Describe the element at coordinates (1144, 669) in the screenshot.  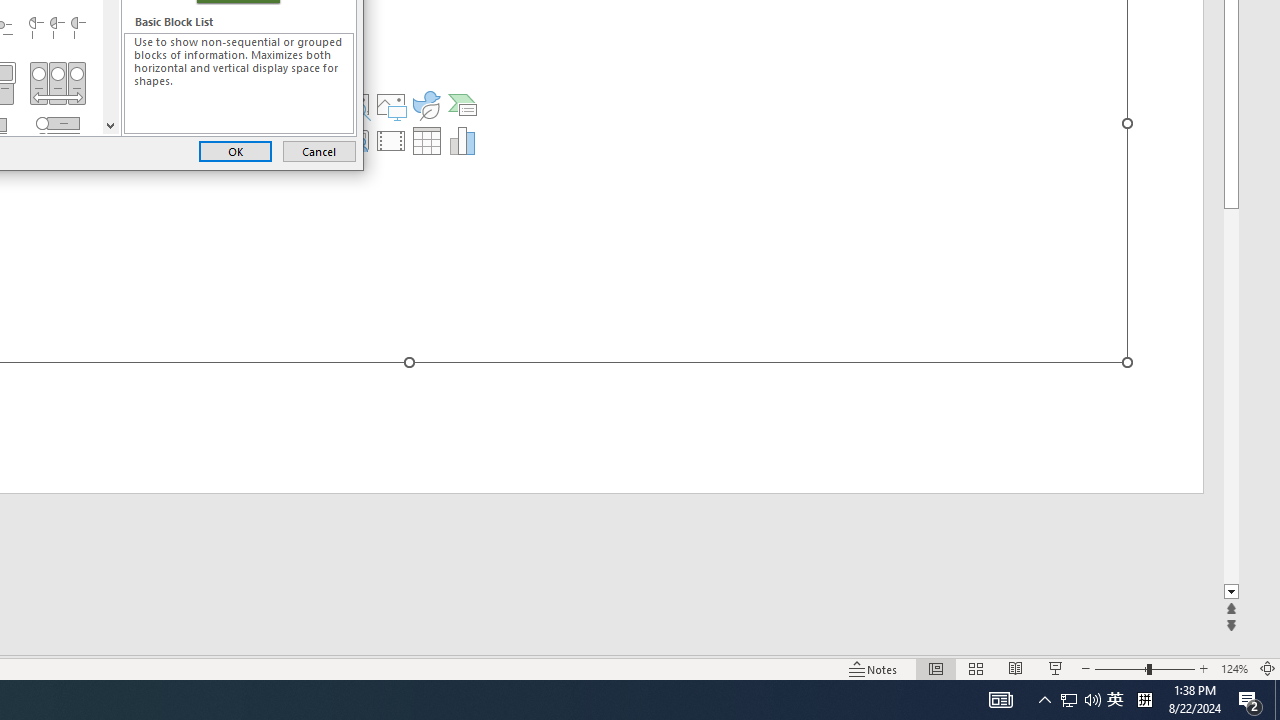
I see `'Zoom'` at that location.